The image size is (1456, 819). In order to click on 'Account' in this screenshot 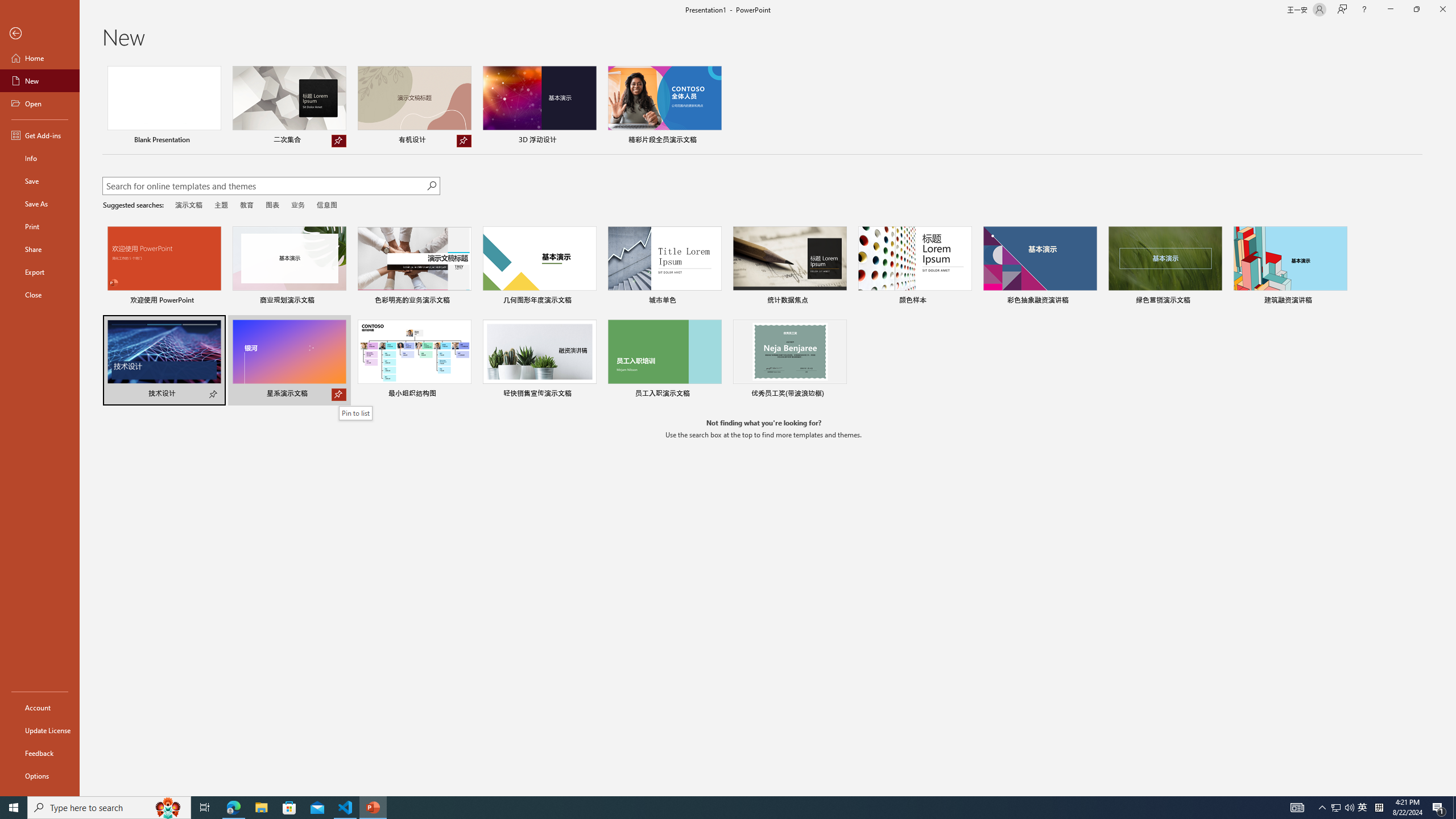, I will do `click(39, 708)`.